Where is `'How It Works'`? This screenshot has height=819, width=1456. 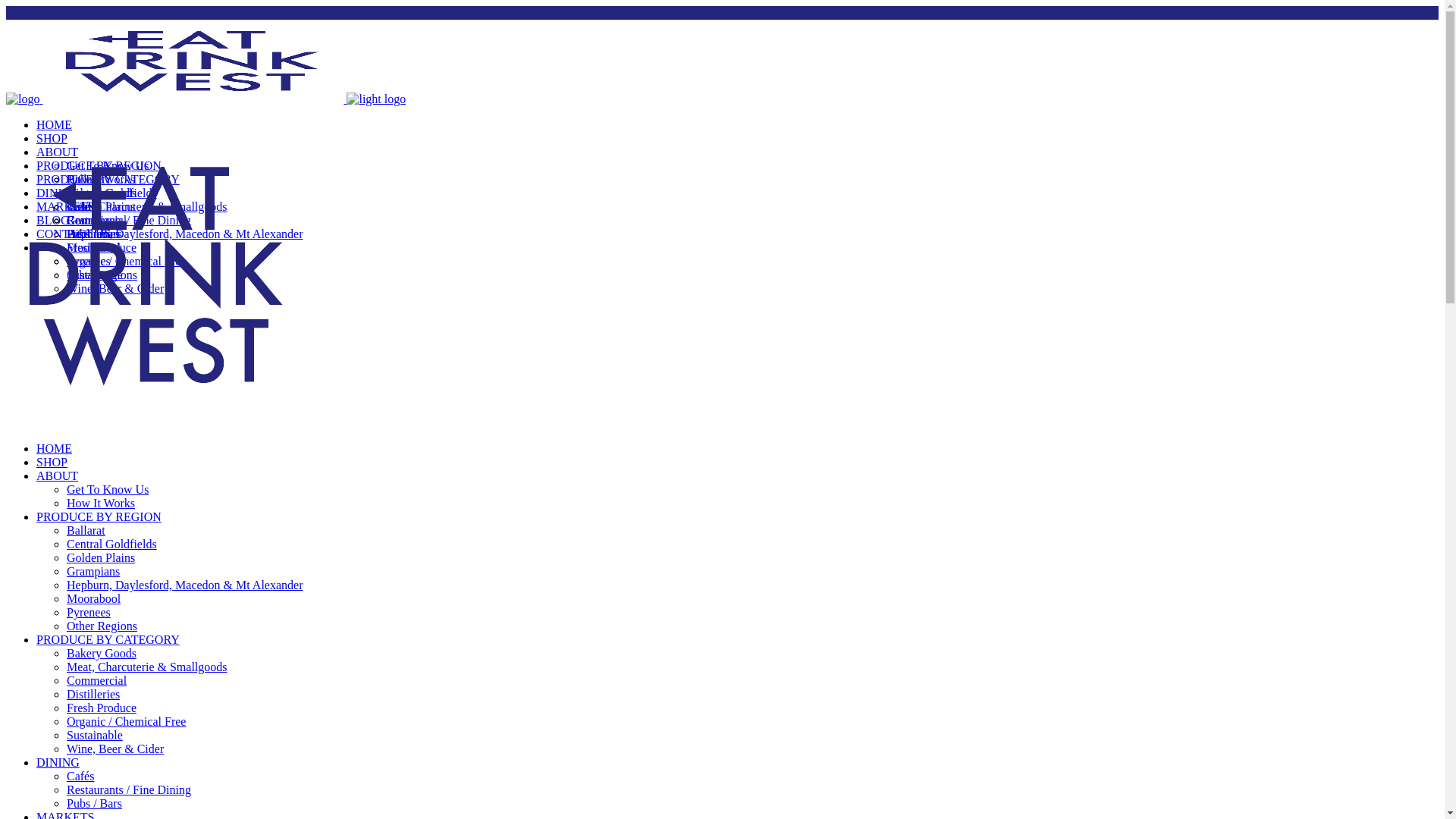
'How It Works' is located at coordinates (100, 503).